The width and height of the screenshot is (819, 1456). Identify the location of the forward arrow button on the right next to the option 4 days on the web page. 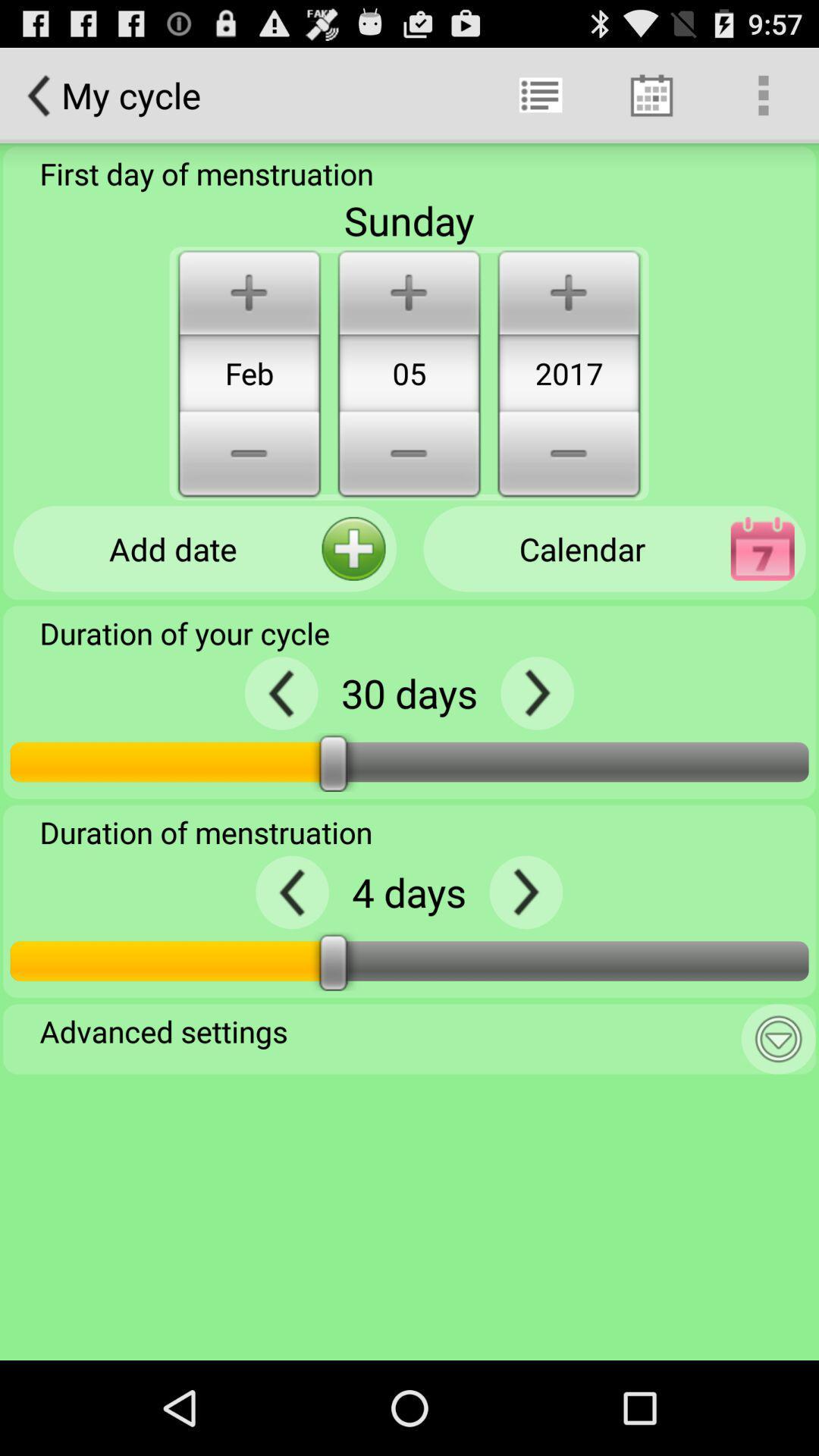
(525, 892).